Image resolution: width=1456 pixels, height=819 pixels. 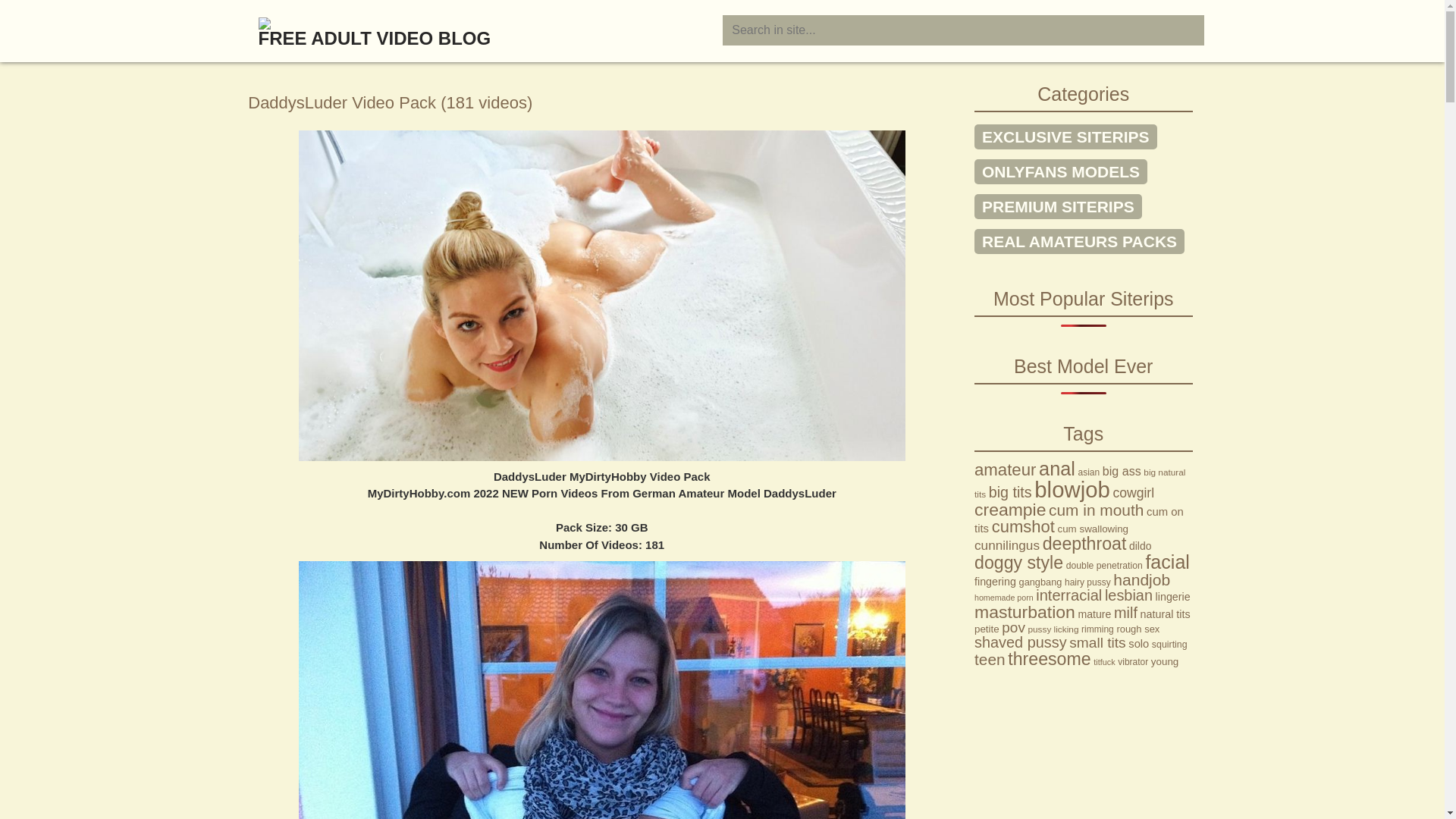 What do you see at coordinates (1018, 562) in the screenshot?
I see `'doggy style'` at bounding box center [1018, 562].